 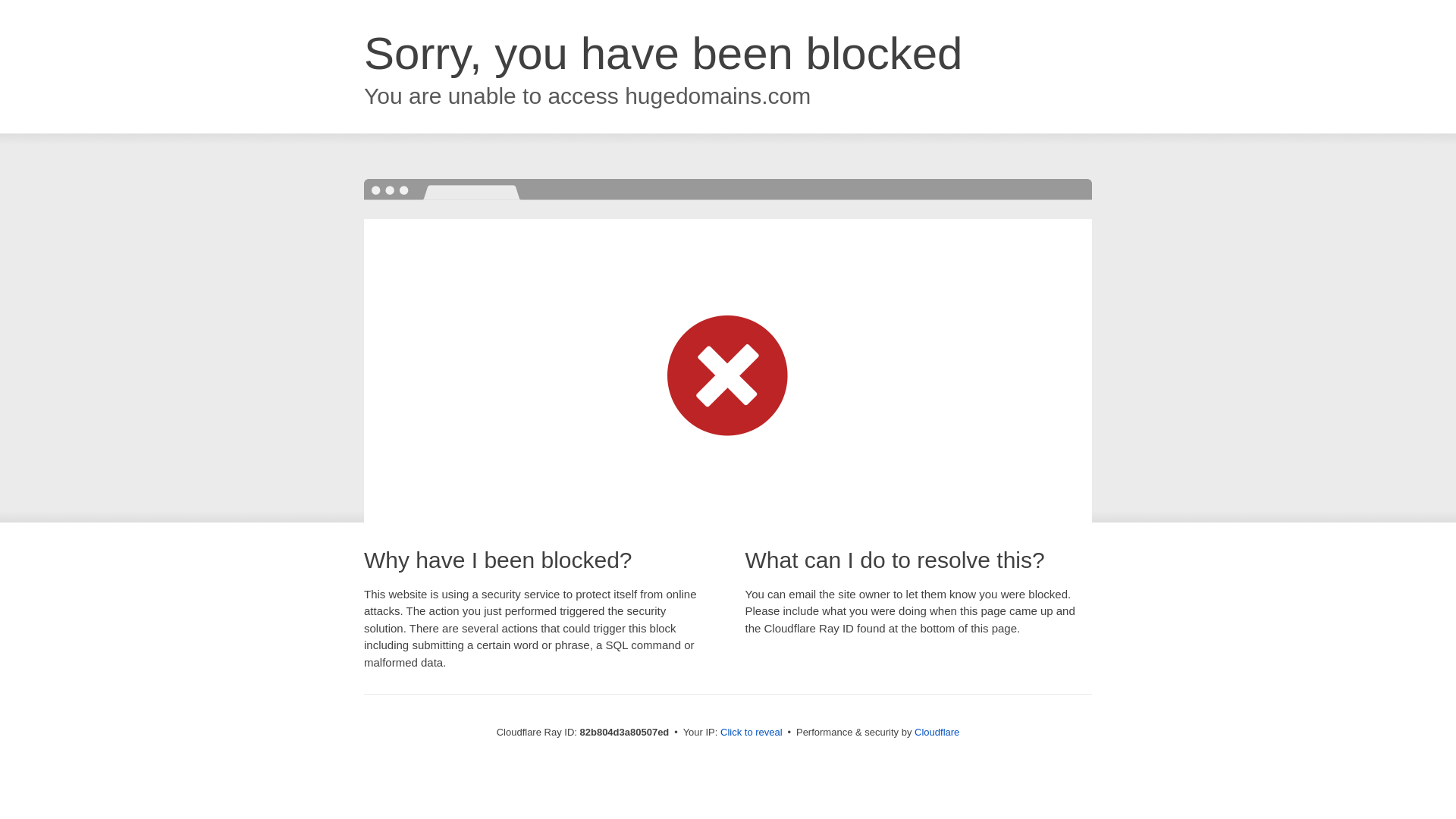 I want to click on 'Cloudflare', so click(x=913, y=731).